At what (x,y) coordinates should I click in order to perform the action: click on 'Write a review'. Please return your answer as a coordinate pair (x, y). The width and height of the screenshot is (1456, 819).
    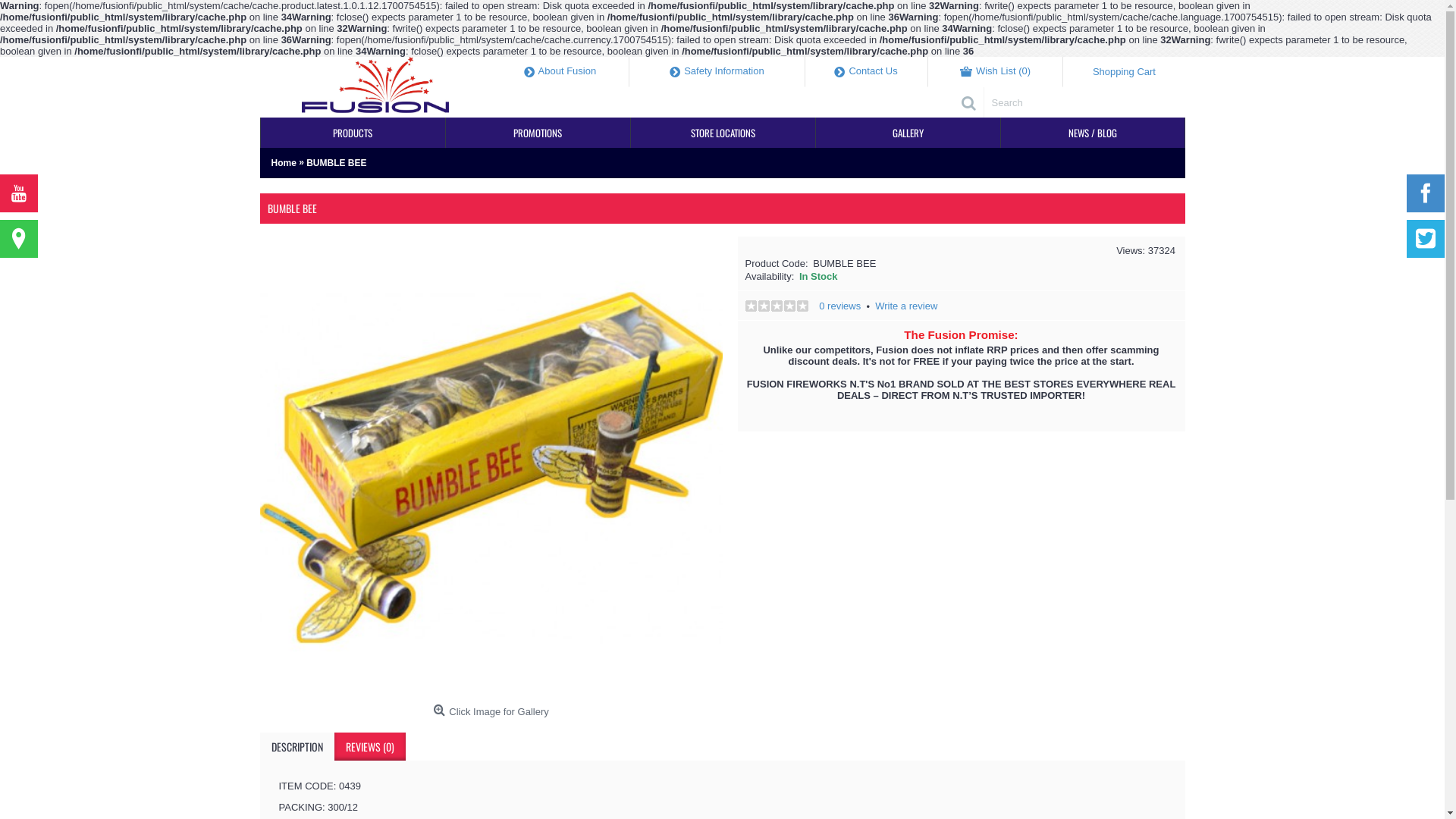
    Looking at the image, I should click on (906, 306).